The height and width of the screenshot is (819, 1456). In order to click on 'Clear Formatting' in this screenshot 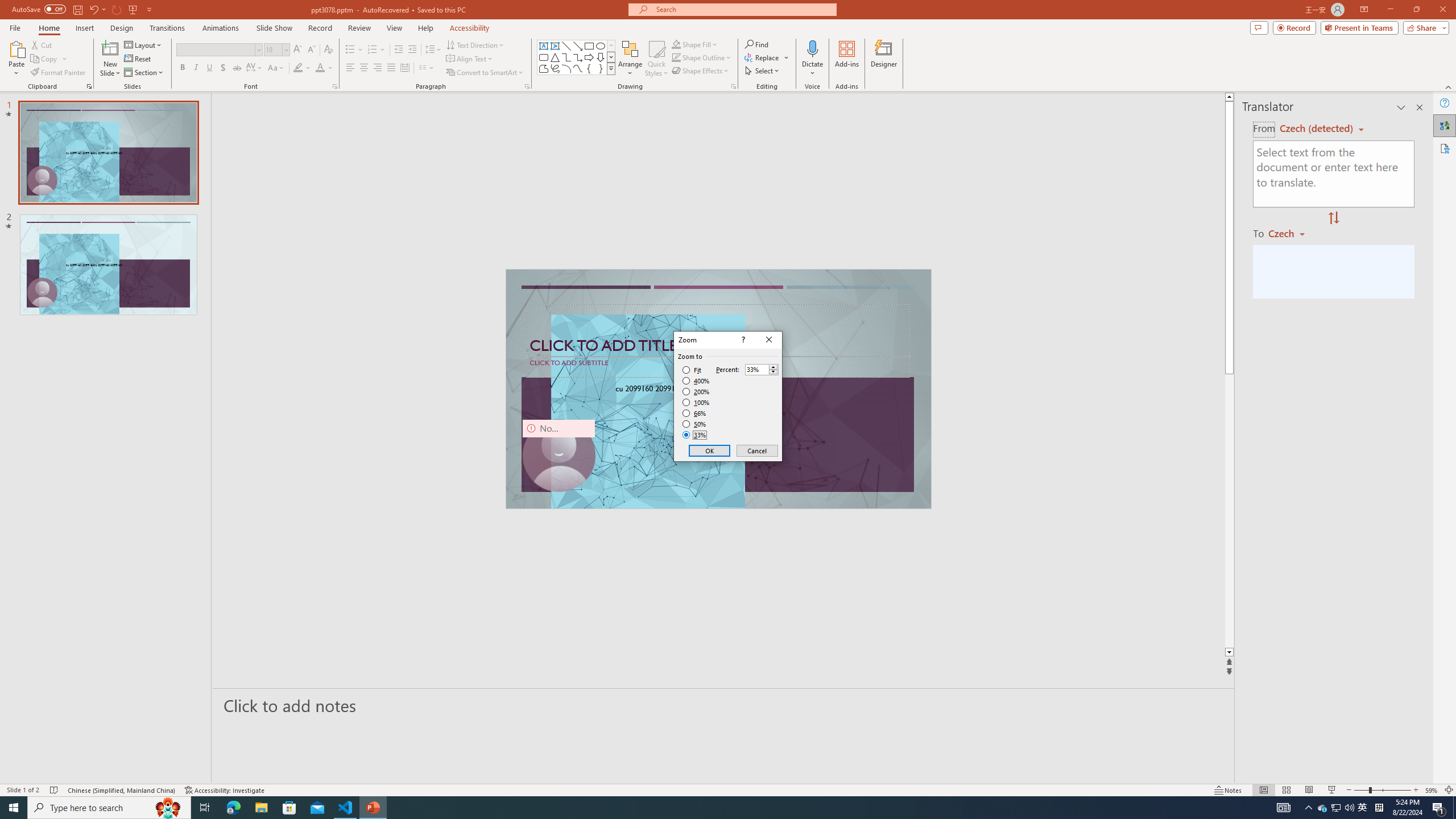, I will do `click(328, 49)`.